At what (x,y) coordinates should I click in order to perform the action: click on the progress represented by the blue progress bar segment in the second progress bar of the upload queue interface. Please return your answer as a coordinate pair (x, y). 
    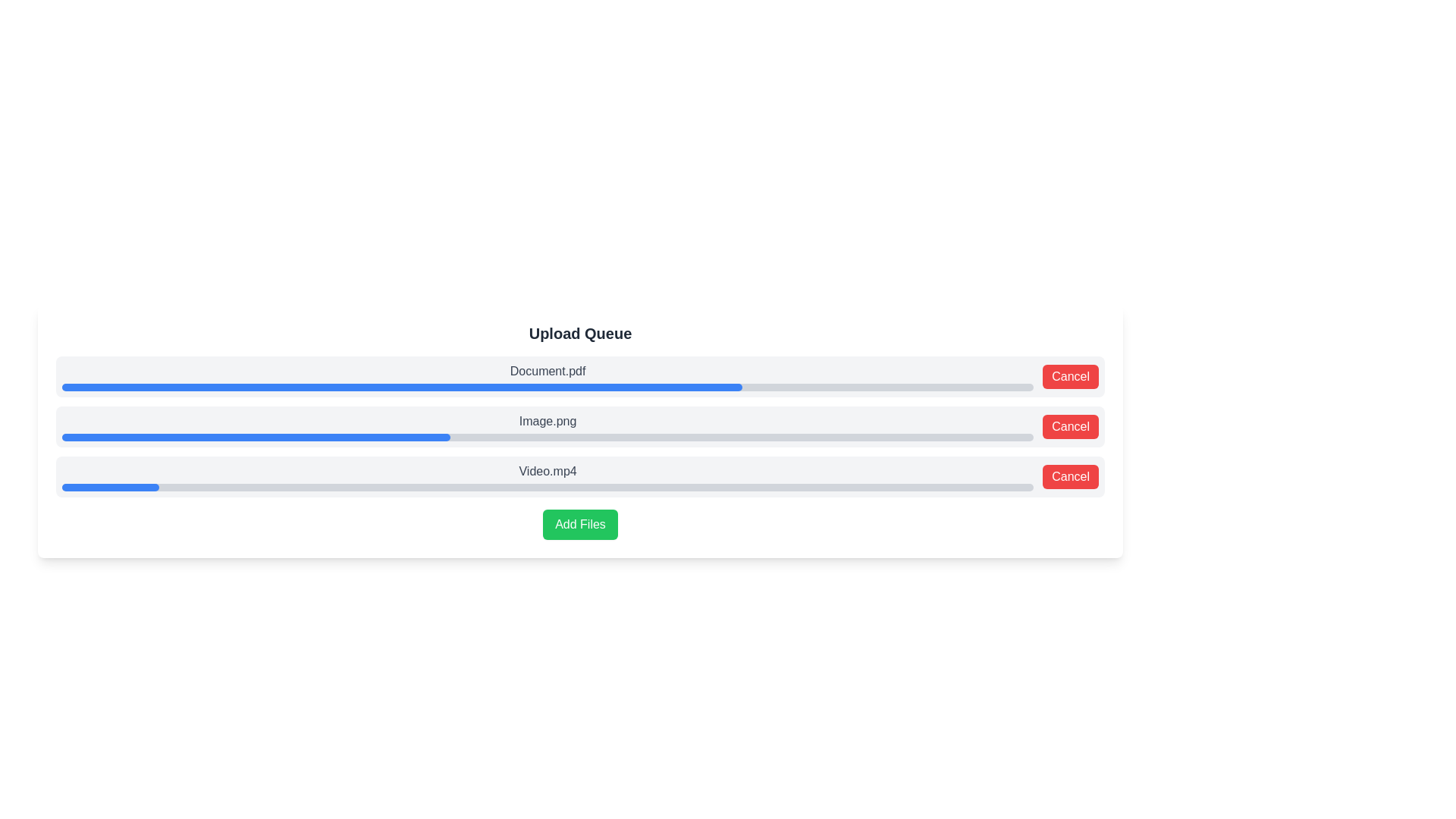
    Looking at the image, I should click on (256, 438).